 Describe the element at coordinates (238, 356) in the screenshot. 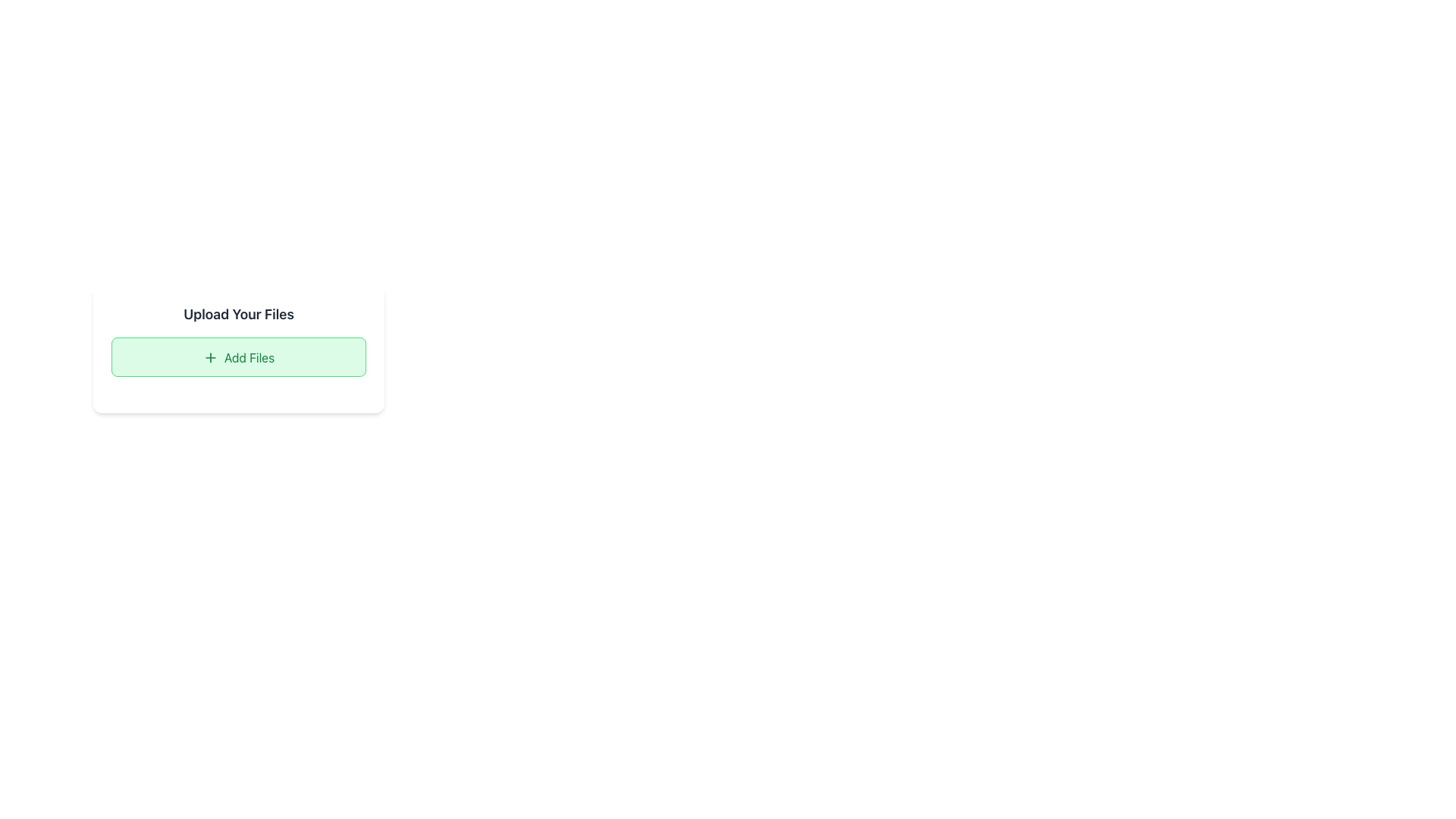

I see `the 'Add Files' button, which is a rectangular button with a green background and a green border` at that location.